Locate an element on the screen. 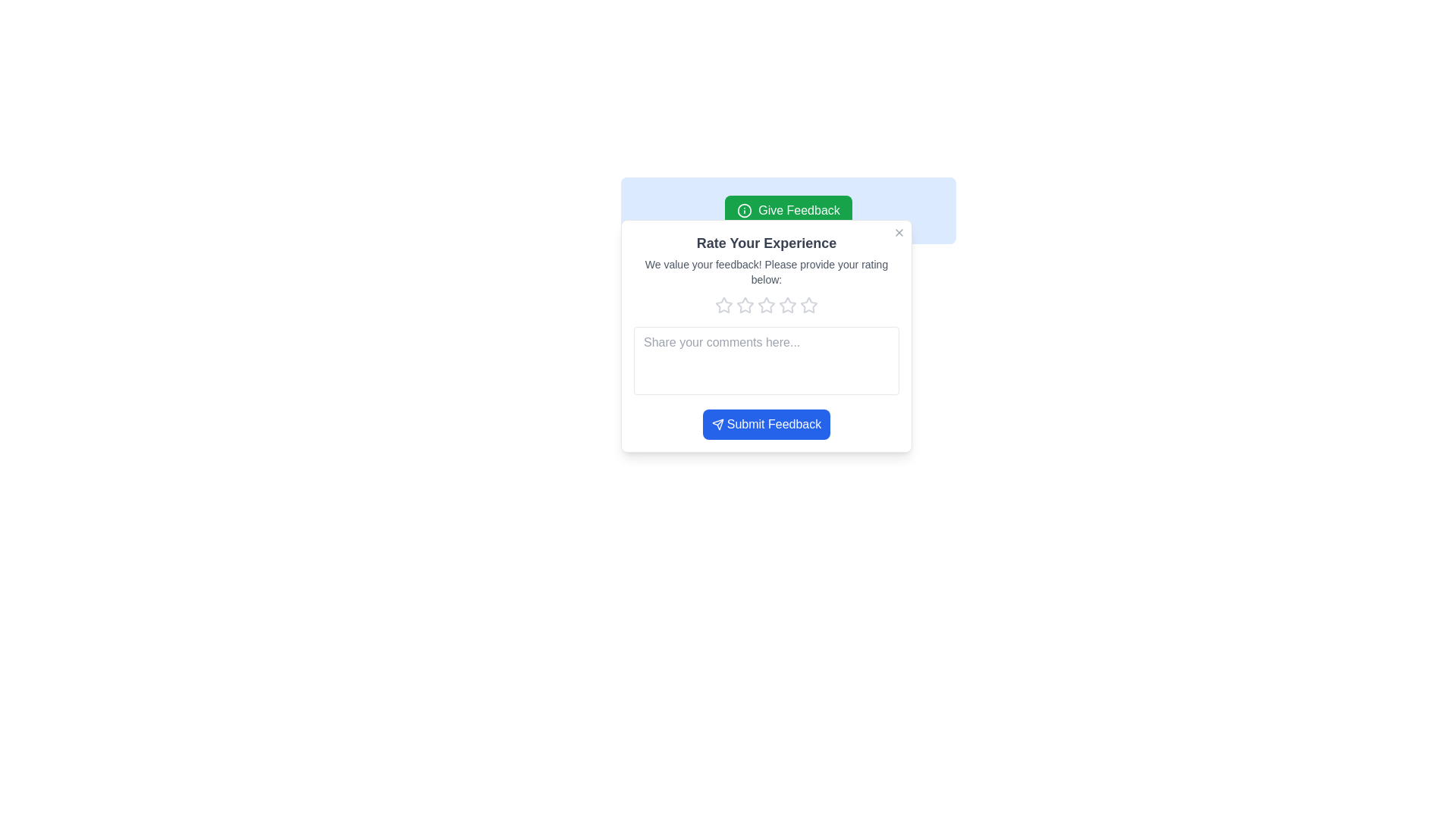 This screenshot has height=819, width=1456. the fifth star icon in the 'Rate Your Experience' modal is located at coordinates (808, 305).